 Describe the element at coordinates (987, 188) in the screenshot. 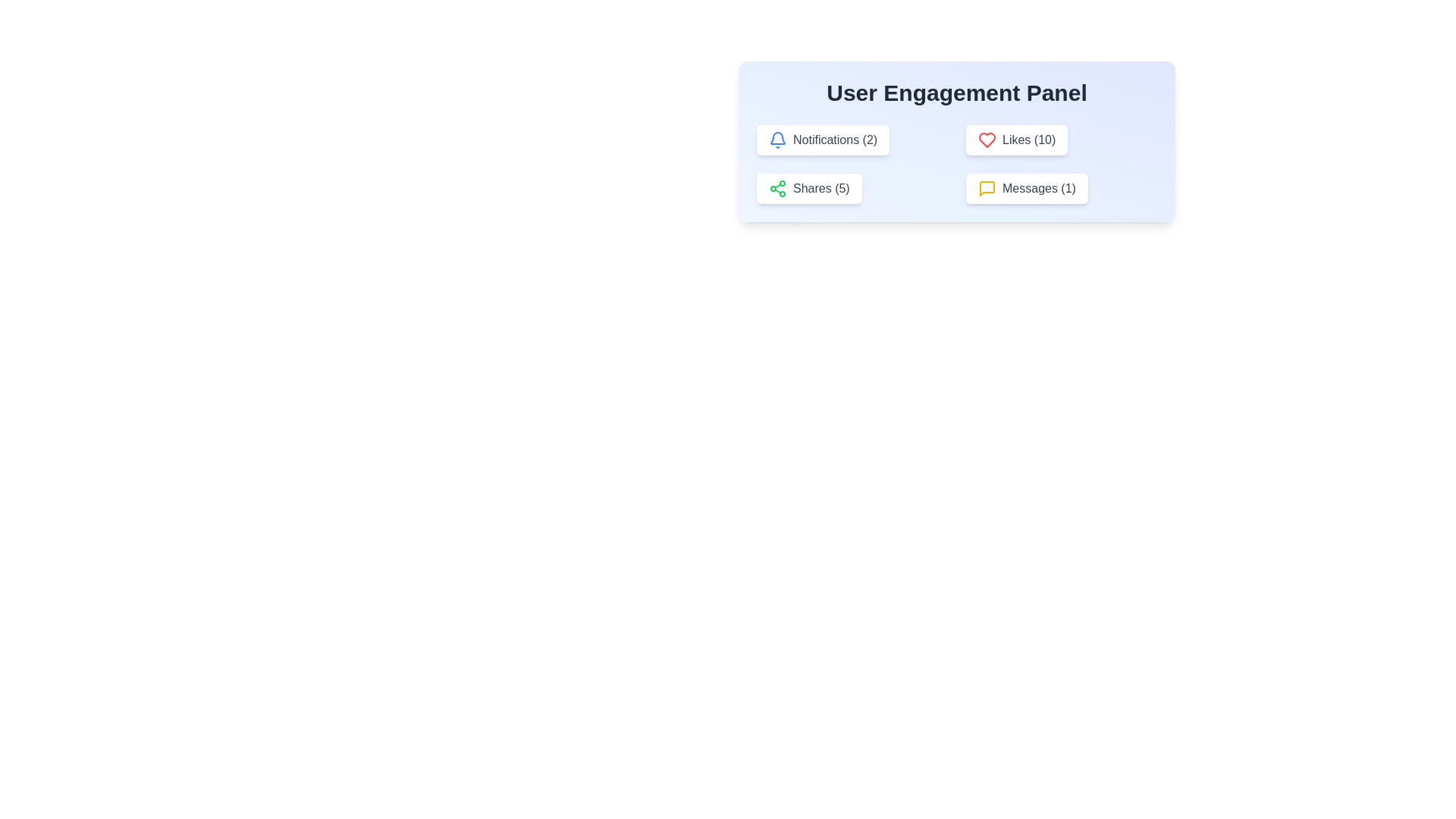

I see `the messaging icon located in the bottom-right corner of the User Engagement Panel` at that location.